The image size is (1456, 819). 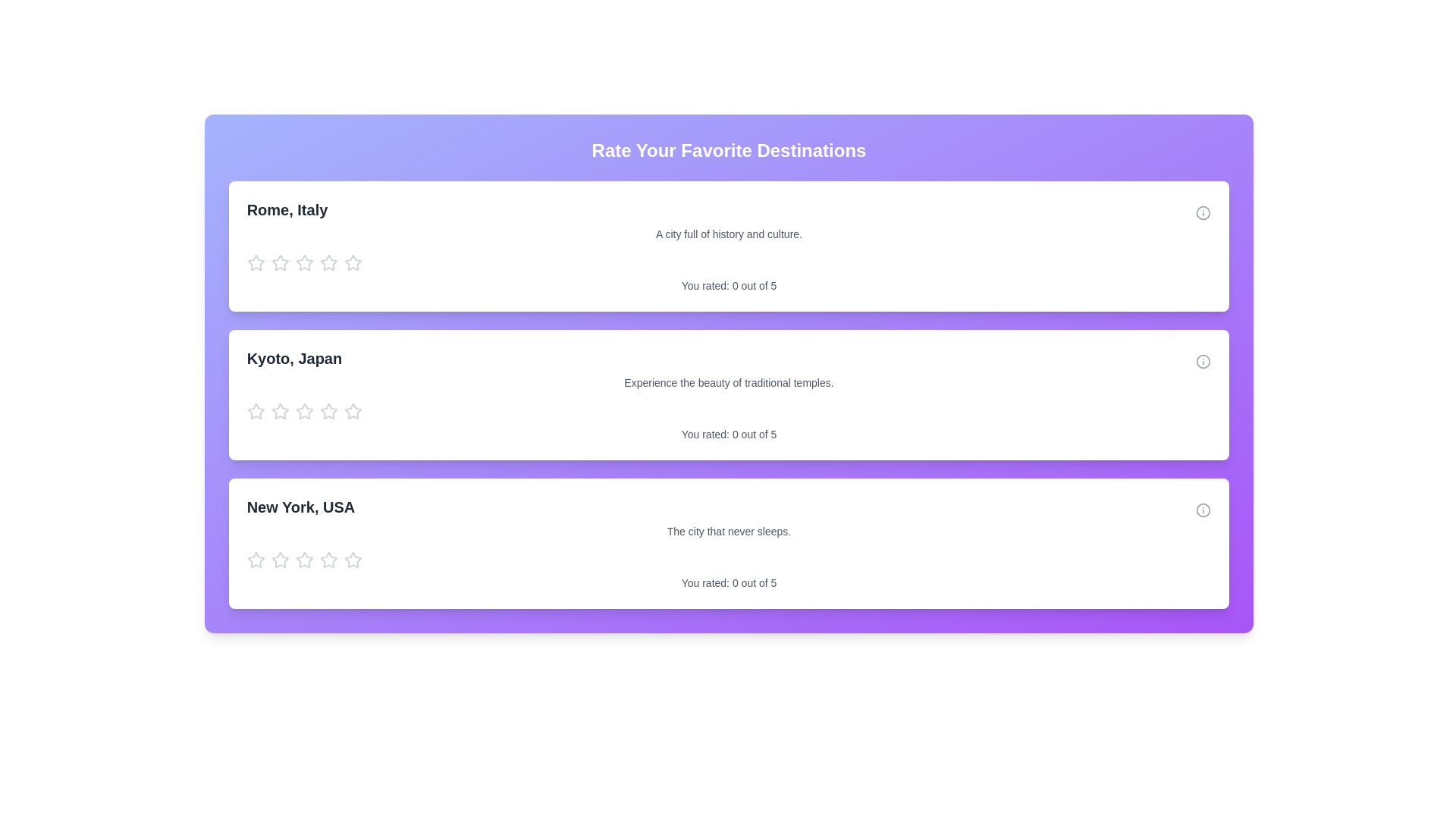 What do you see at coordinates (328, 411) in the screenshot?
I see `the second star-shaped icon in the rating section under 'Kyoto, Japan'` at bounding box center [328, 411].